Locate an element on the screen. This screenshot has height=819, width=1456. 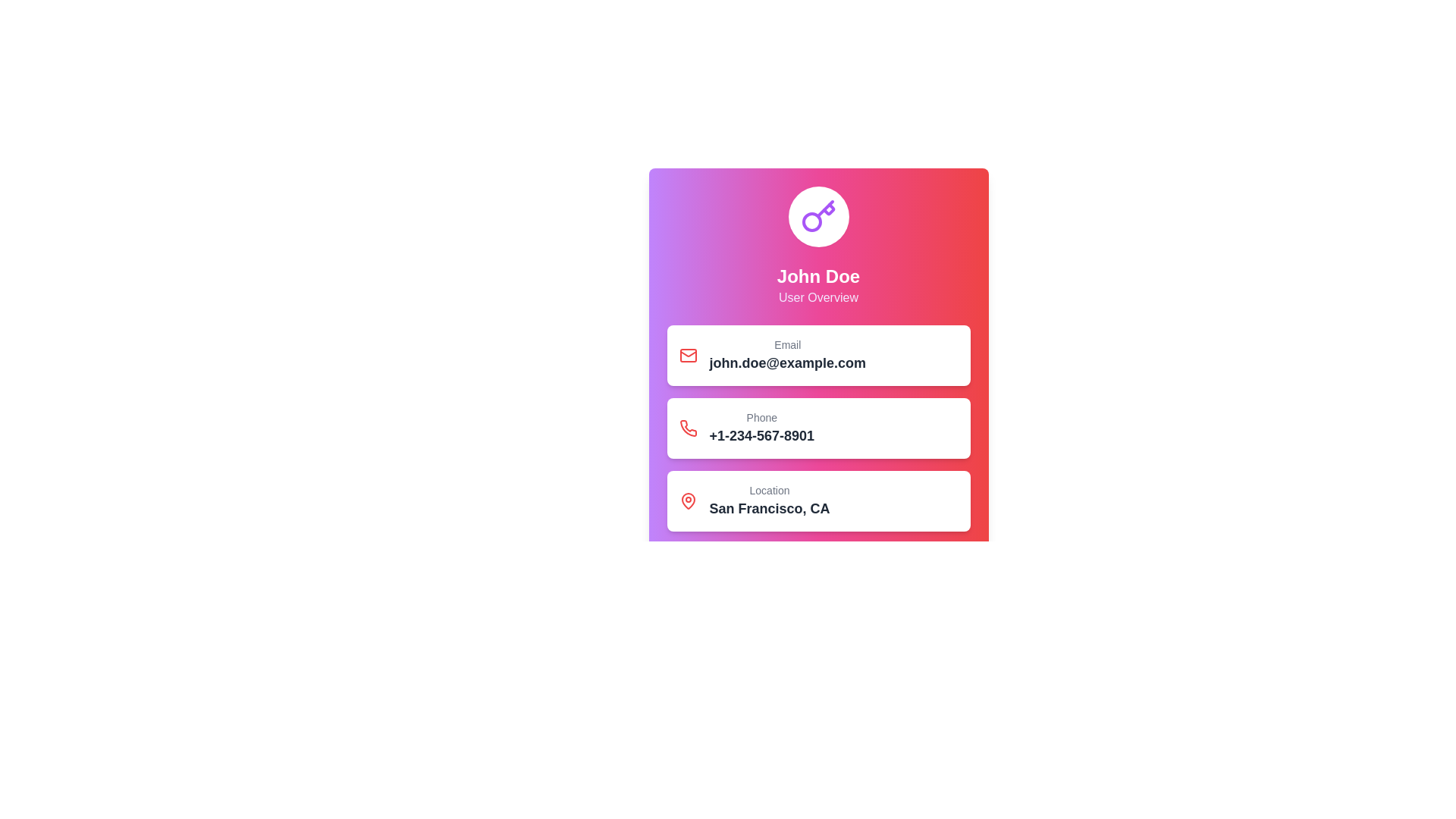
the text label that indicates the purpose of the adjacent phone number, located at the top part of the rectangular card containing contact details is located at coordinates (761, 418).